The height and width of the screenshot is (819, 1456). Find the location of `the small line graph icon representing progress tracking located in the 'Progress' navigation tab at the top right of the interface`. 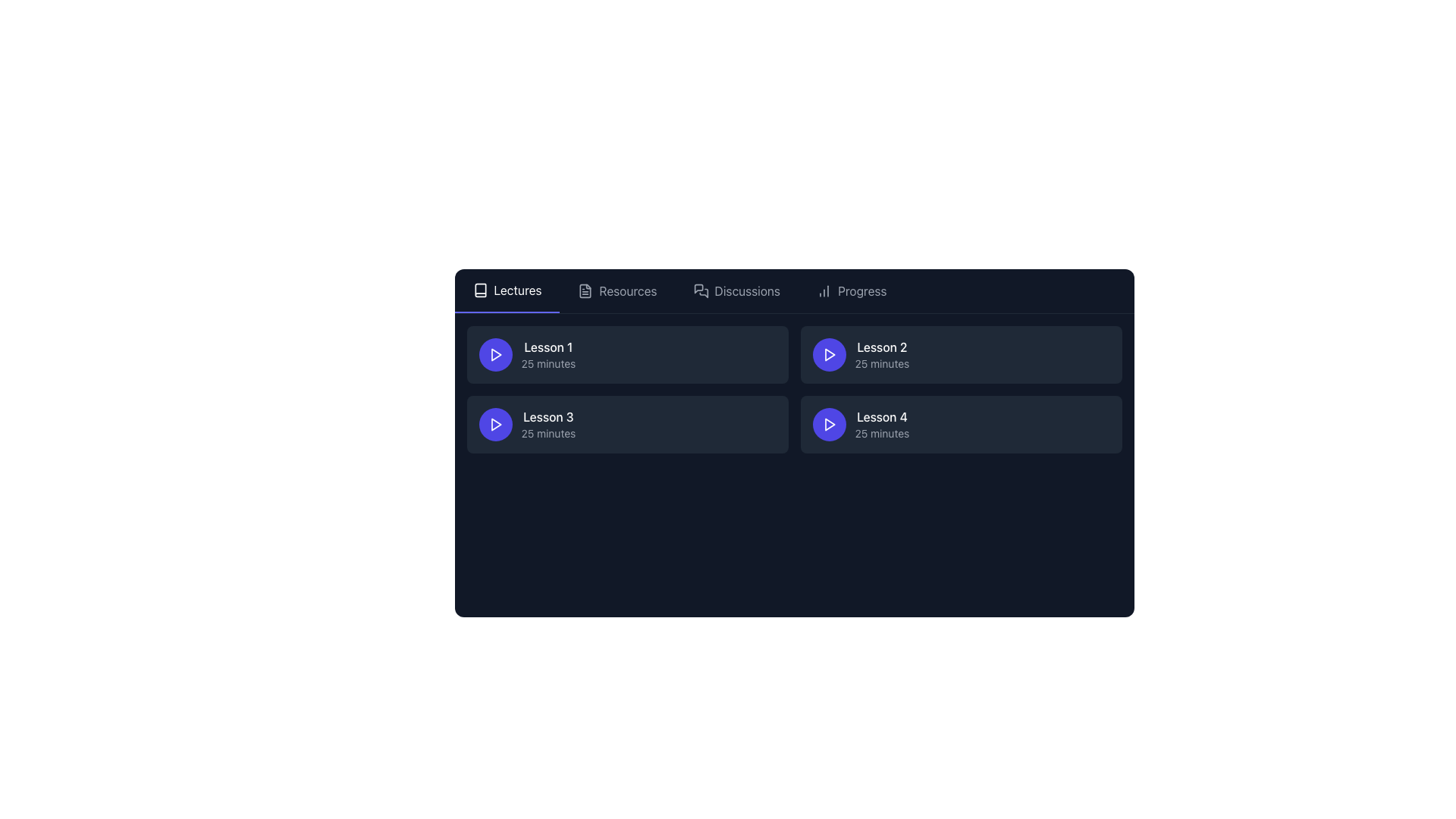

the small line graph icon representing progress tracking located in the 'Progress' navigation tab at the top right of the interface is located at coordinates (824, 291).